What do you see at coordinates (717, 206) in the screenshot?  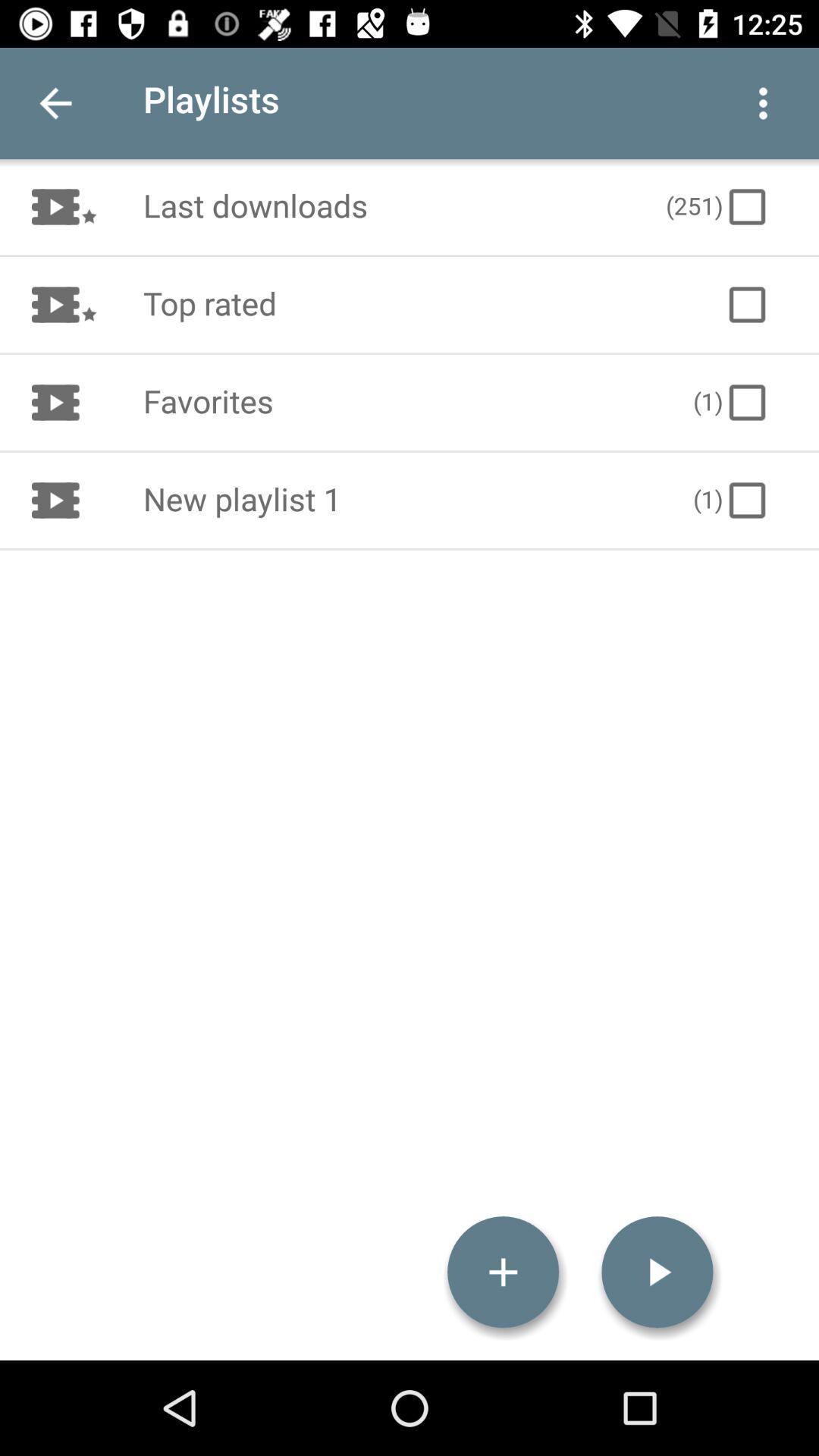 I see `the (251) item` at bounding box center [717, 206].